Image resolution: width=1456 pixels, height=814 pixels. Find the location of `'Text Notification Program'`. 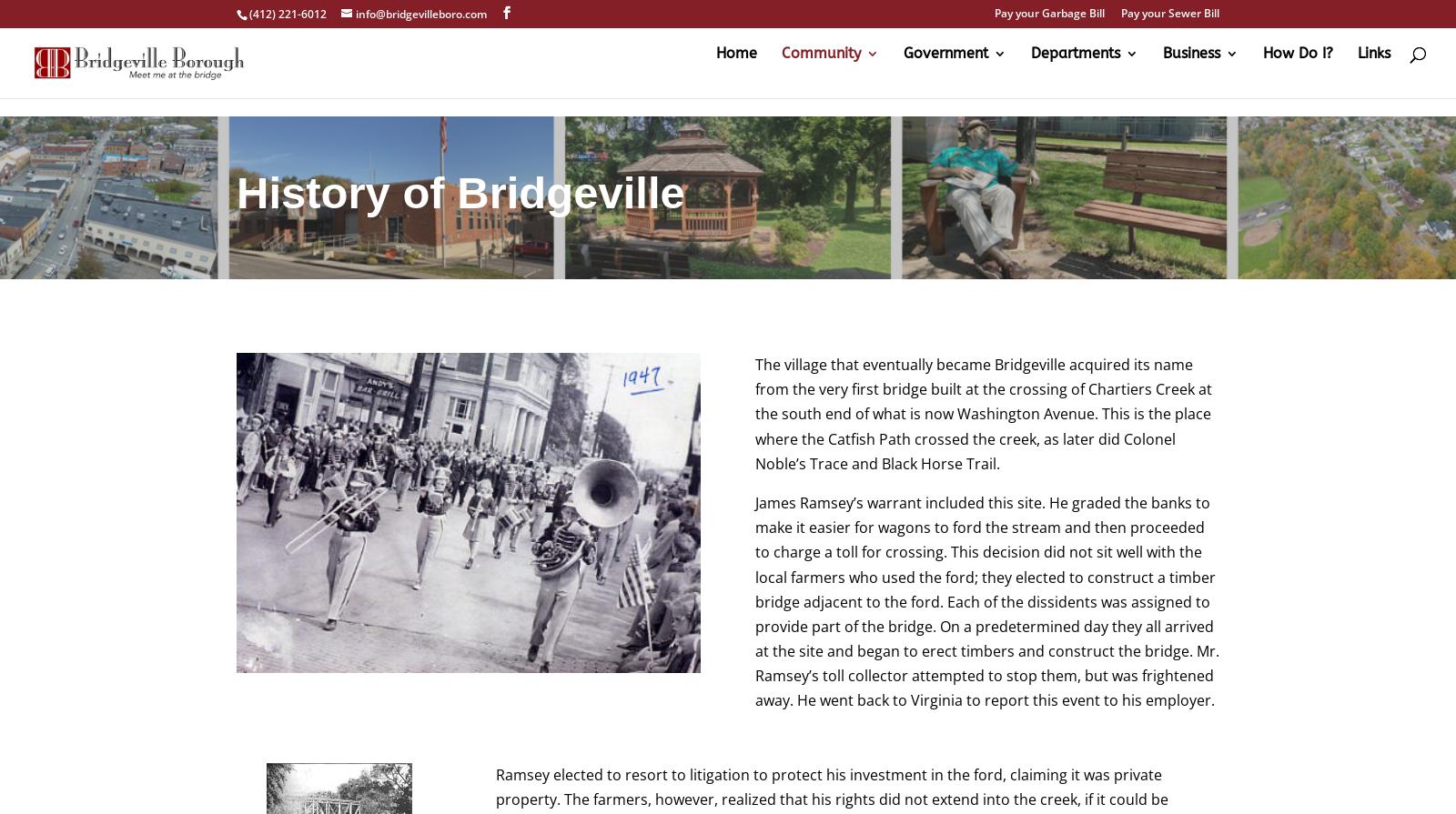

'Text Notification Program' is located at coordinates (873, 437).